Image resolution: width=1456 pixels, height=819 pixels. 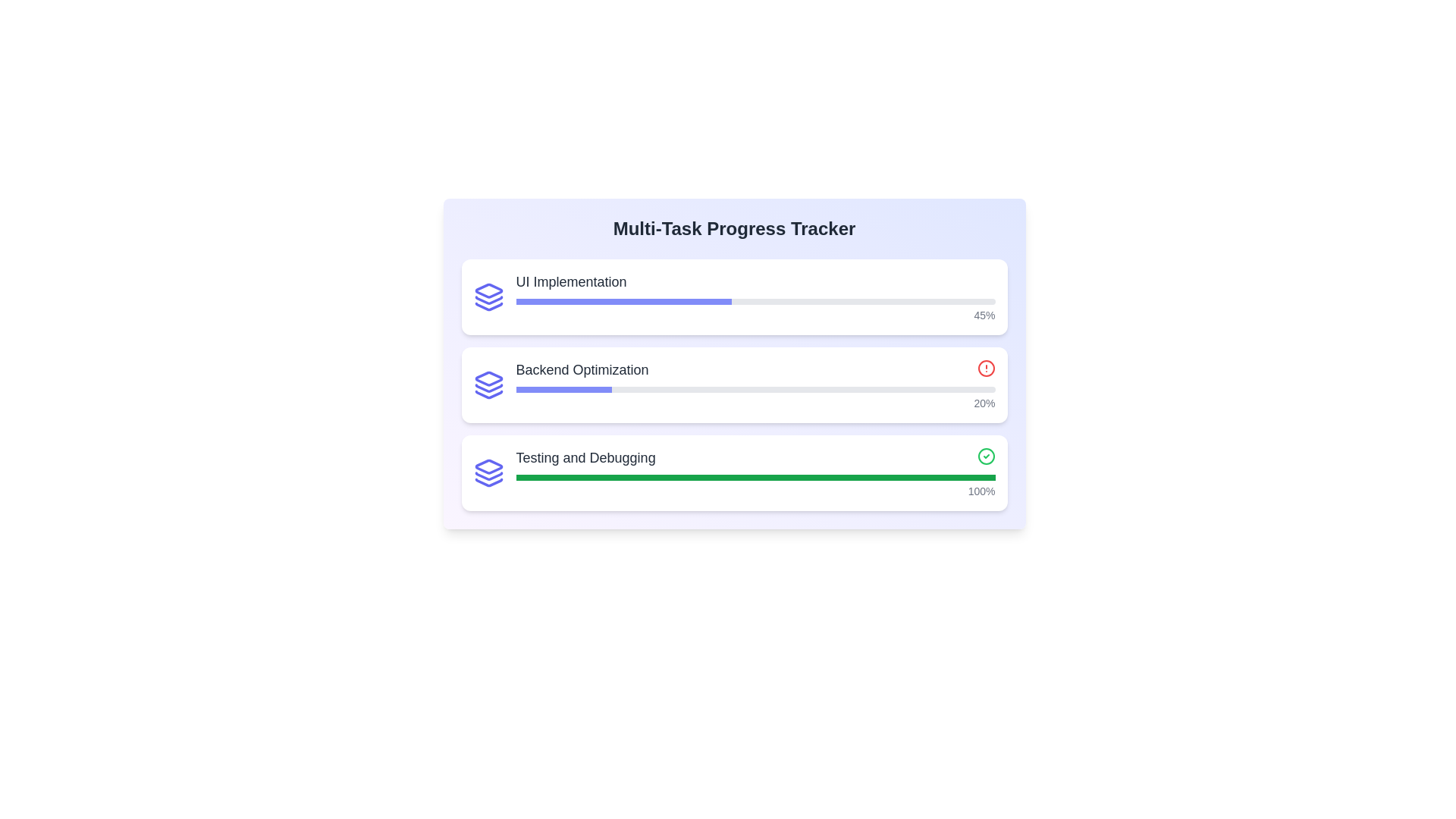 What do you see at coordinates (755, 309) in the screenshot?
I see `the Progress bar indicating 45% completion for the UI Implementation task` at bounding box center [755, 309].